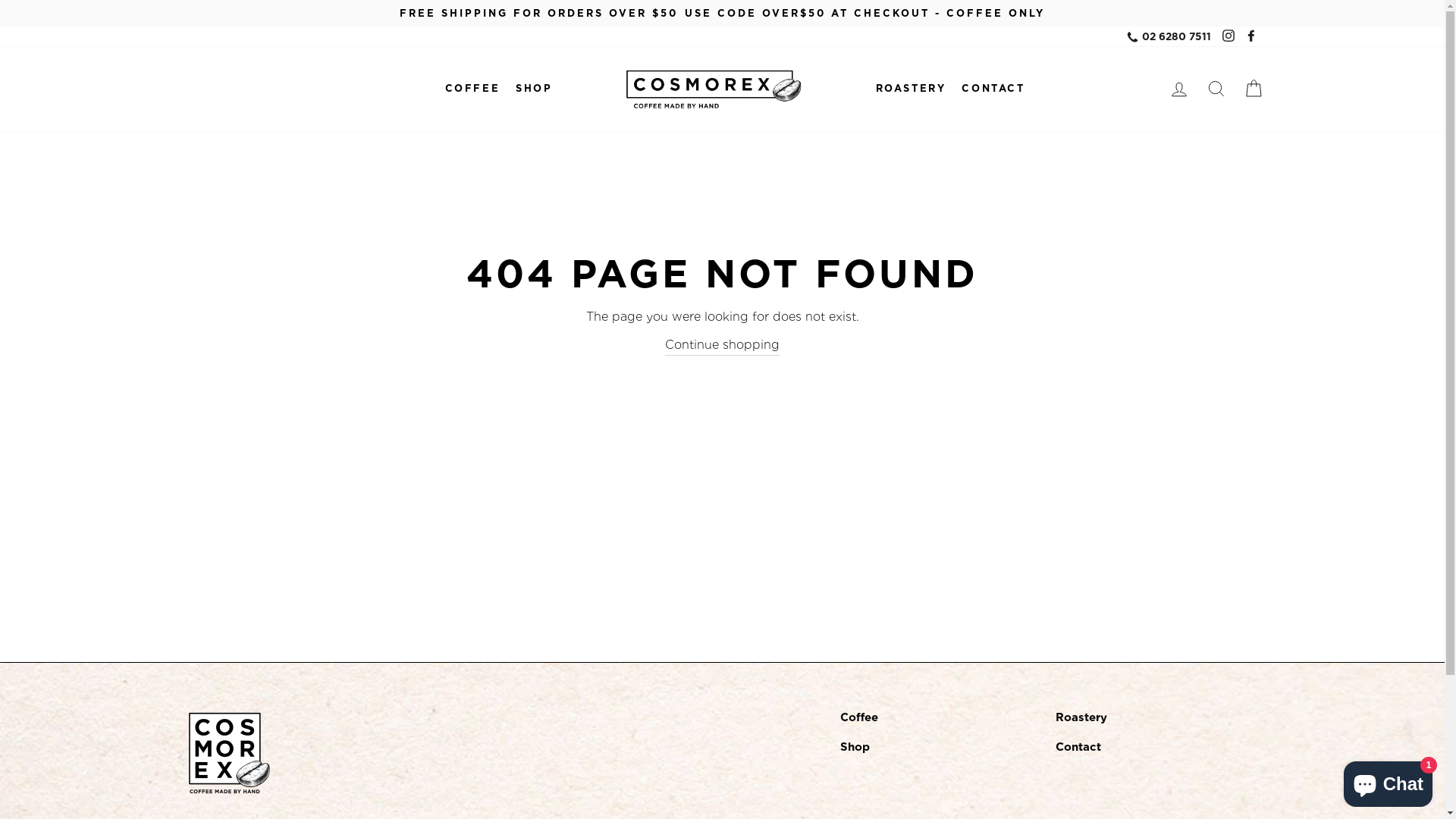  Describe the element at coordinates (472, 88) in the screenshot. I see `'COFFEE'` at that location.